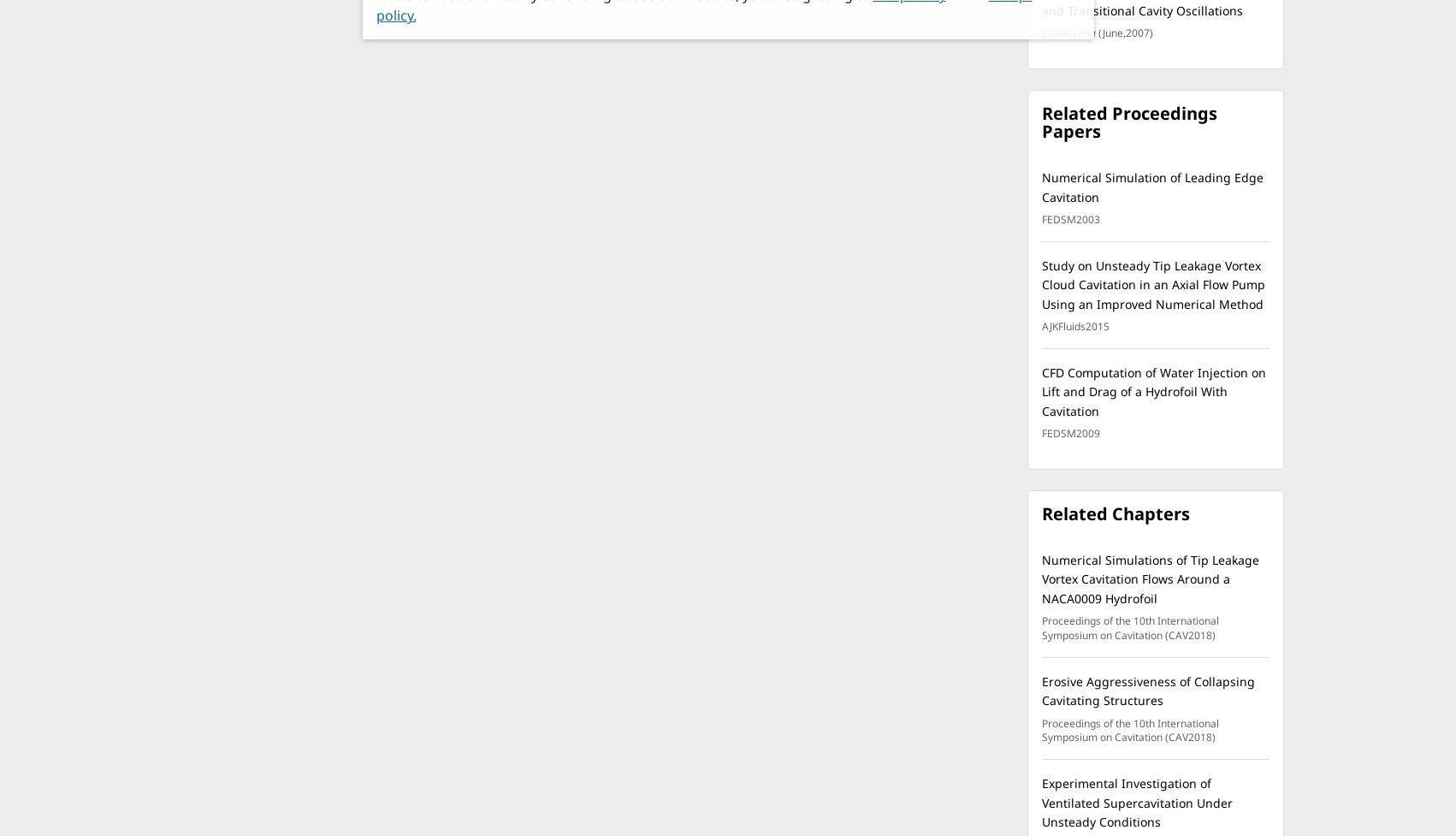 This screenshot has width=1456, height=836. What do you see at coordinates (1070, 218) in the screenshot?
I see `'FEDSM2003'` at bounding box center [1070, 218].